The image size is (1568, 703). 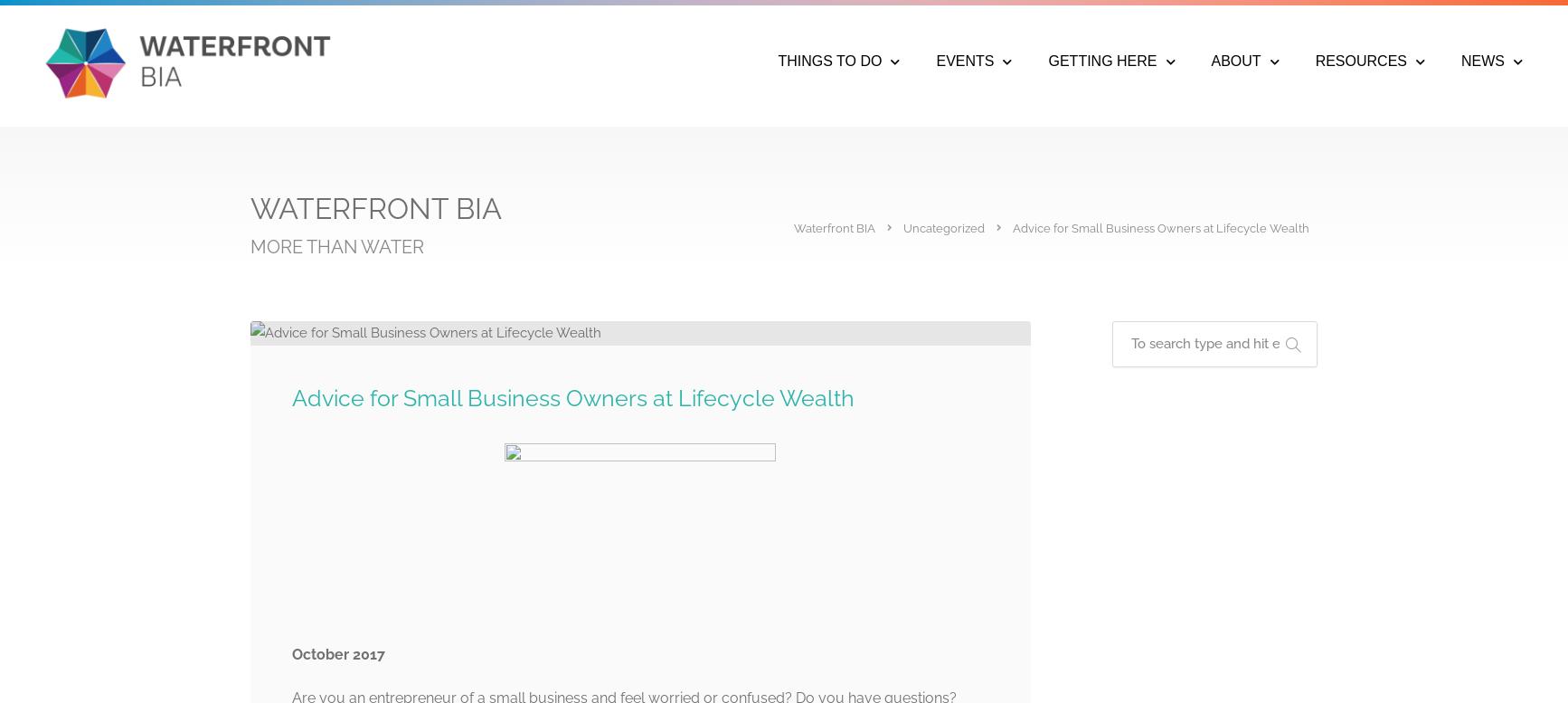 What do you see at coordinates (944, 228) in the screenshot?
I see `'Uncategorized'` at bounding box center [944, 228].